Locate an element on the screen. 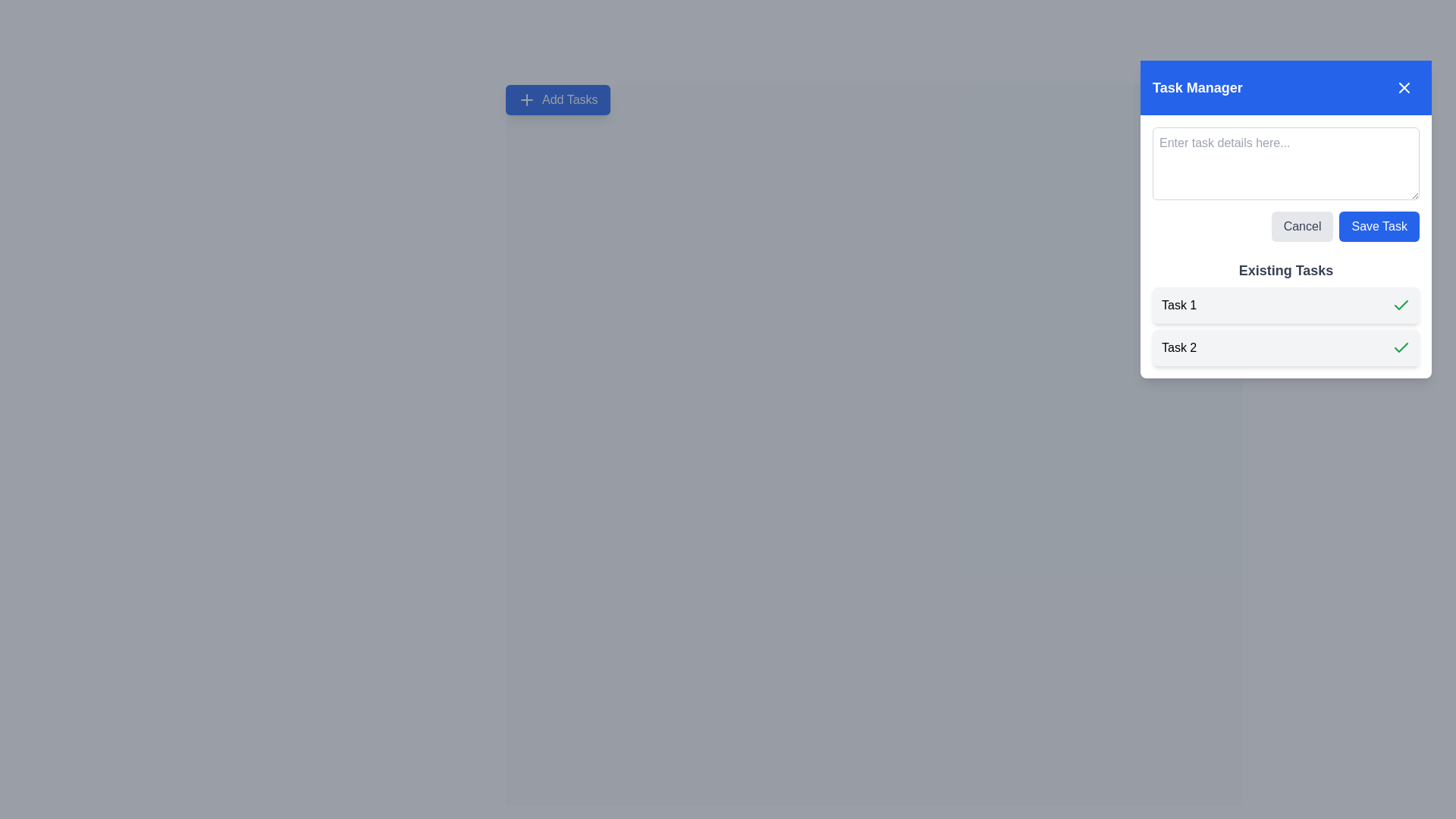 The width and height of the screenshot is (1456, 819). the small green checkmark icon indicating completion, located to the far right of the 'Task 2' label in the 'Existing Tasks' section is located at coordinates (1401, 348).